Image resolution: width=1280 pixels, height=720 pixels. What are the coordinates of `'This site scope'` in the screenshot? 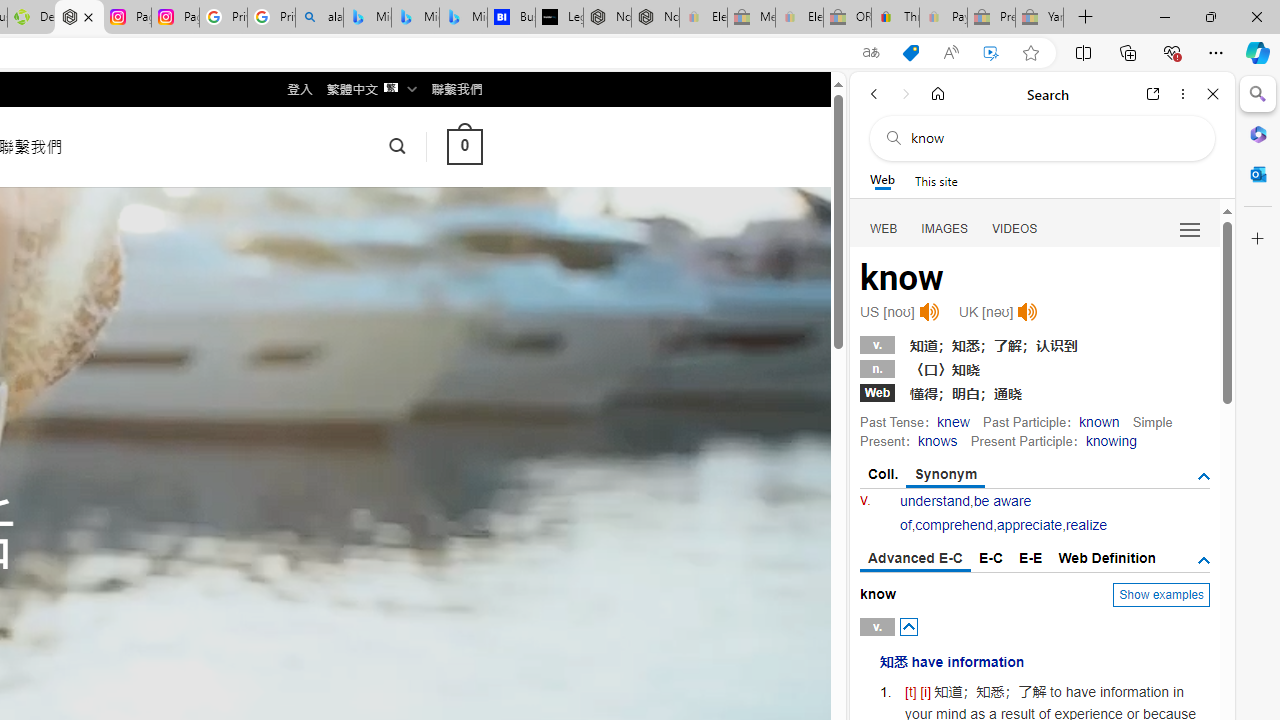 It's located at (935, 180).